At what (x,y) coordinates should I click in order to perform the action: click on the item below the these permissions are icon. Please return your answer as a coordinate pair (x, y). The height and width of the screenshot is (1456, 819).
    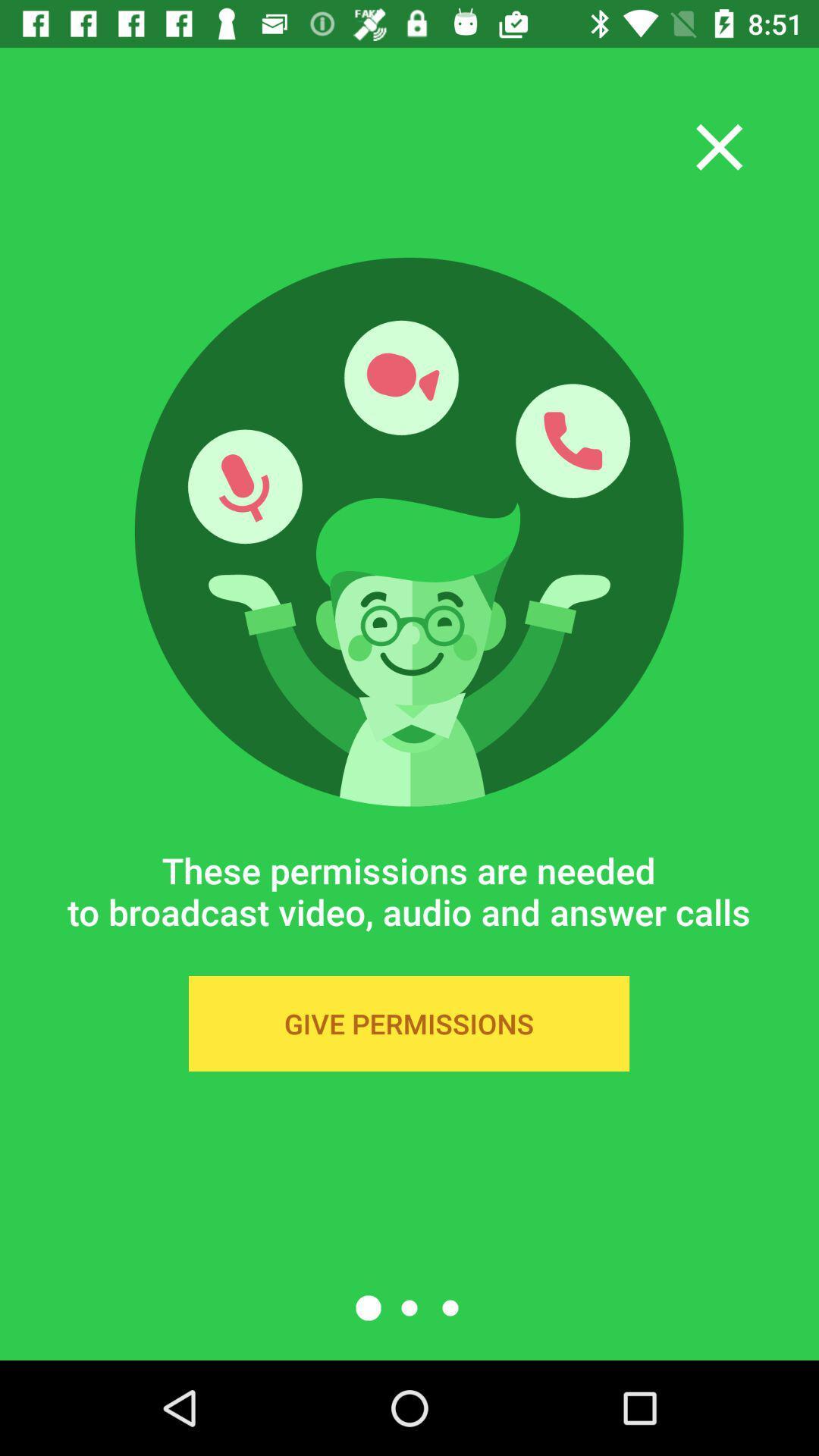
    Looking at the image, I should click on (408, 1023).